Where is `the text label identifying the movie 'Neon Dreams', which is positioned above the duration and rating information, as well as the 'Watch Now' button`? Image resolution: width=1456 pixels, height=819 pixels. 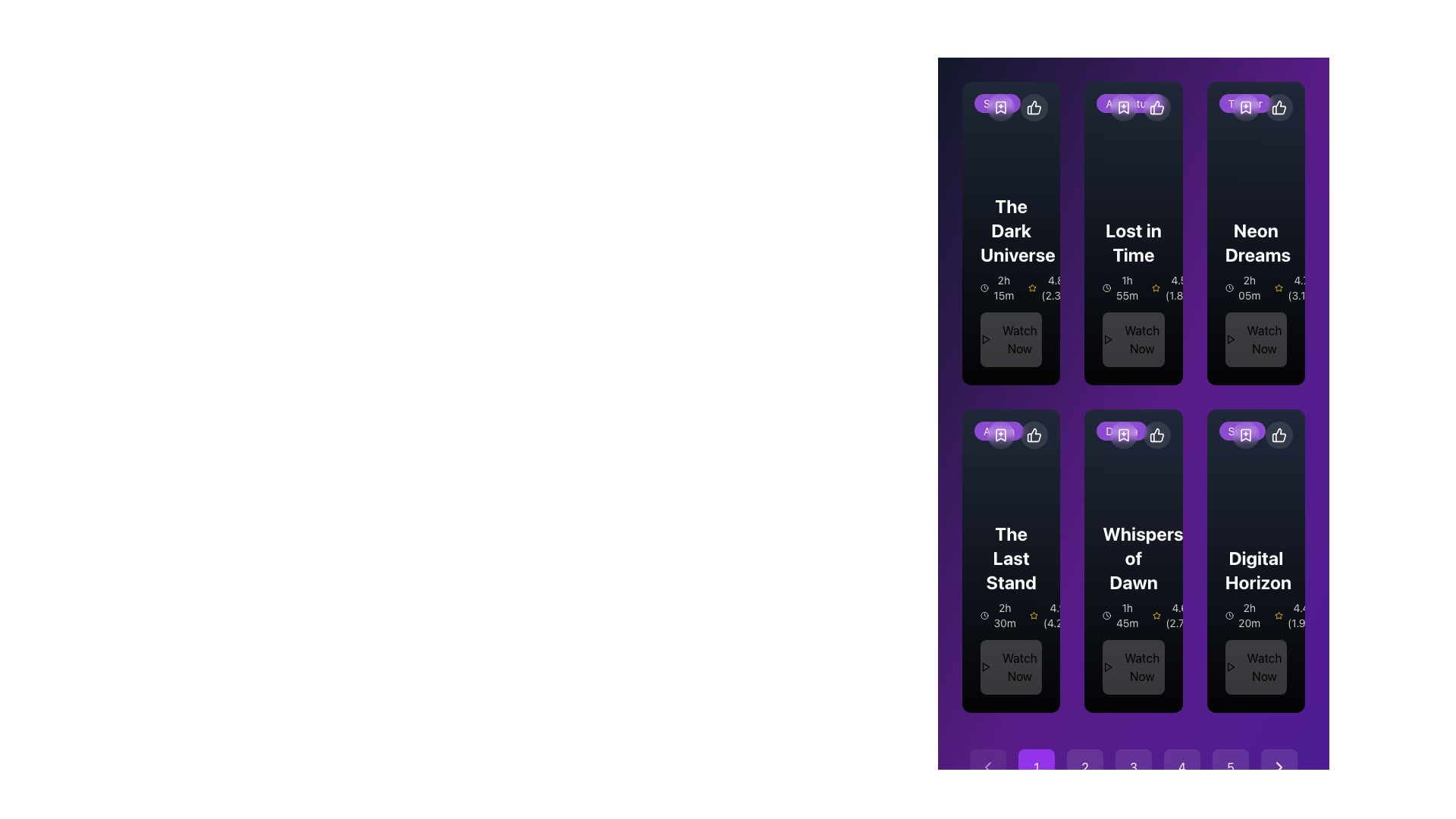 the text label identifying the movie 'Neon Dreams', which is positioned above the duration and rating information, as well as the 'Watch Now' button is located at coordinates (1256, 242).